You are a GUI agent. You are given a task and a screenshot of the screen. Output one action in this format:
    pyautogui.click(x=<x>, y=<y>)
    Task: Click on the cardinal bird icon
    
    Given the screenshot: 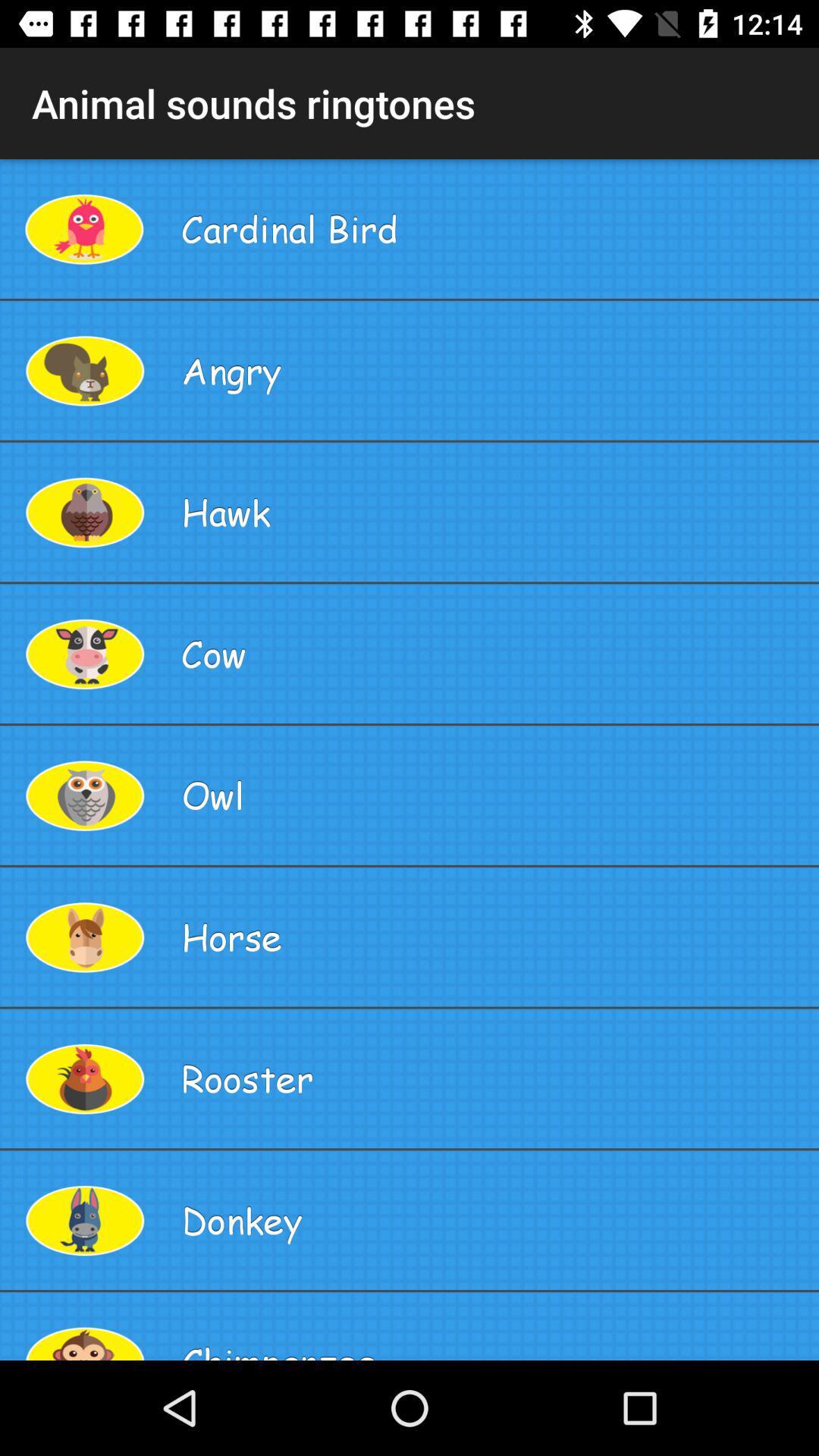 What is the action you would take?
    pyautogui.click(x=494, y=227)
    